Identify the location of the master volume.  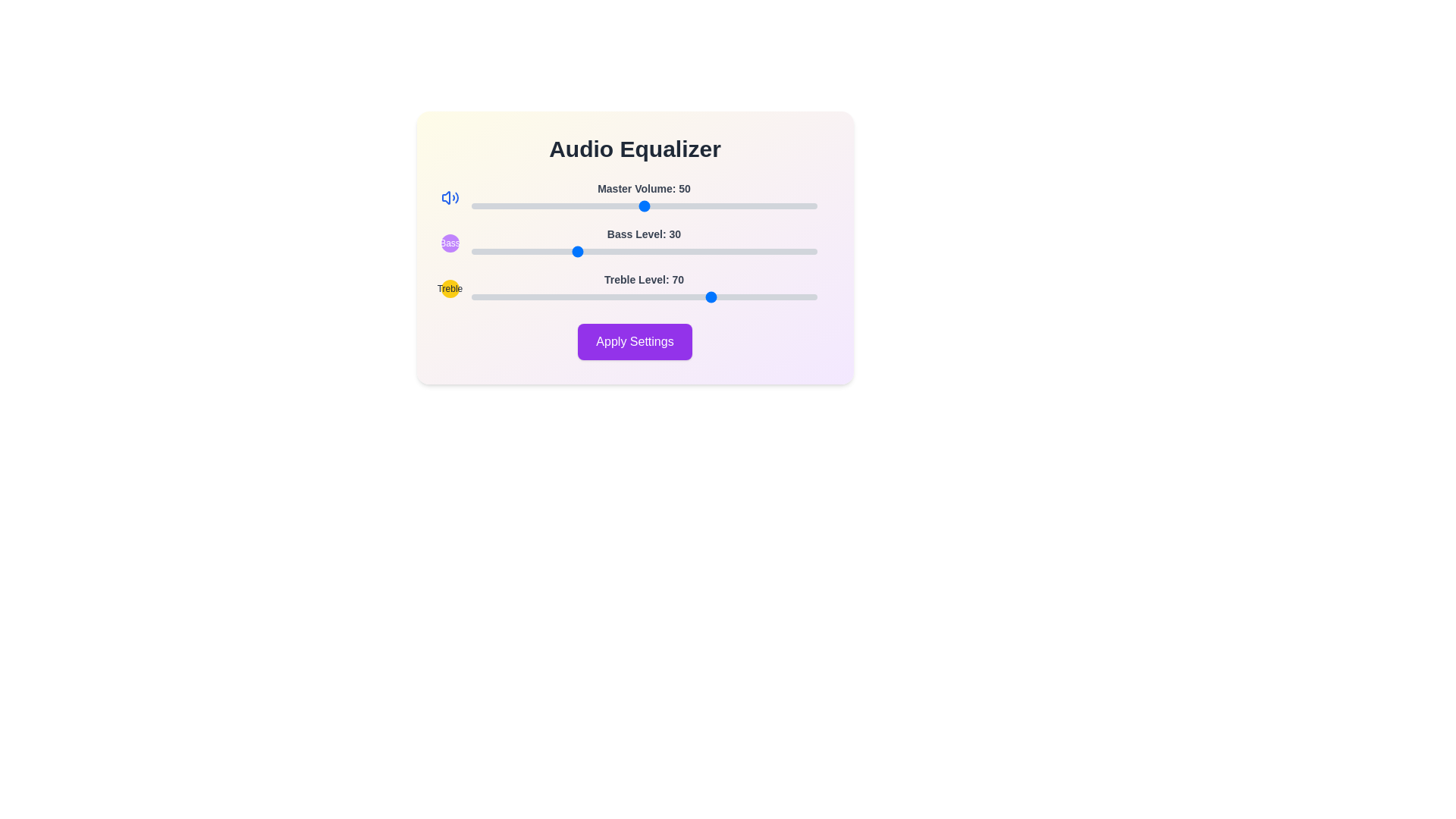
(775, 206).